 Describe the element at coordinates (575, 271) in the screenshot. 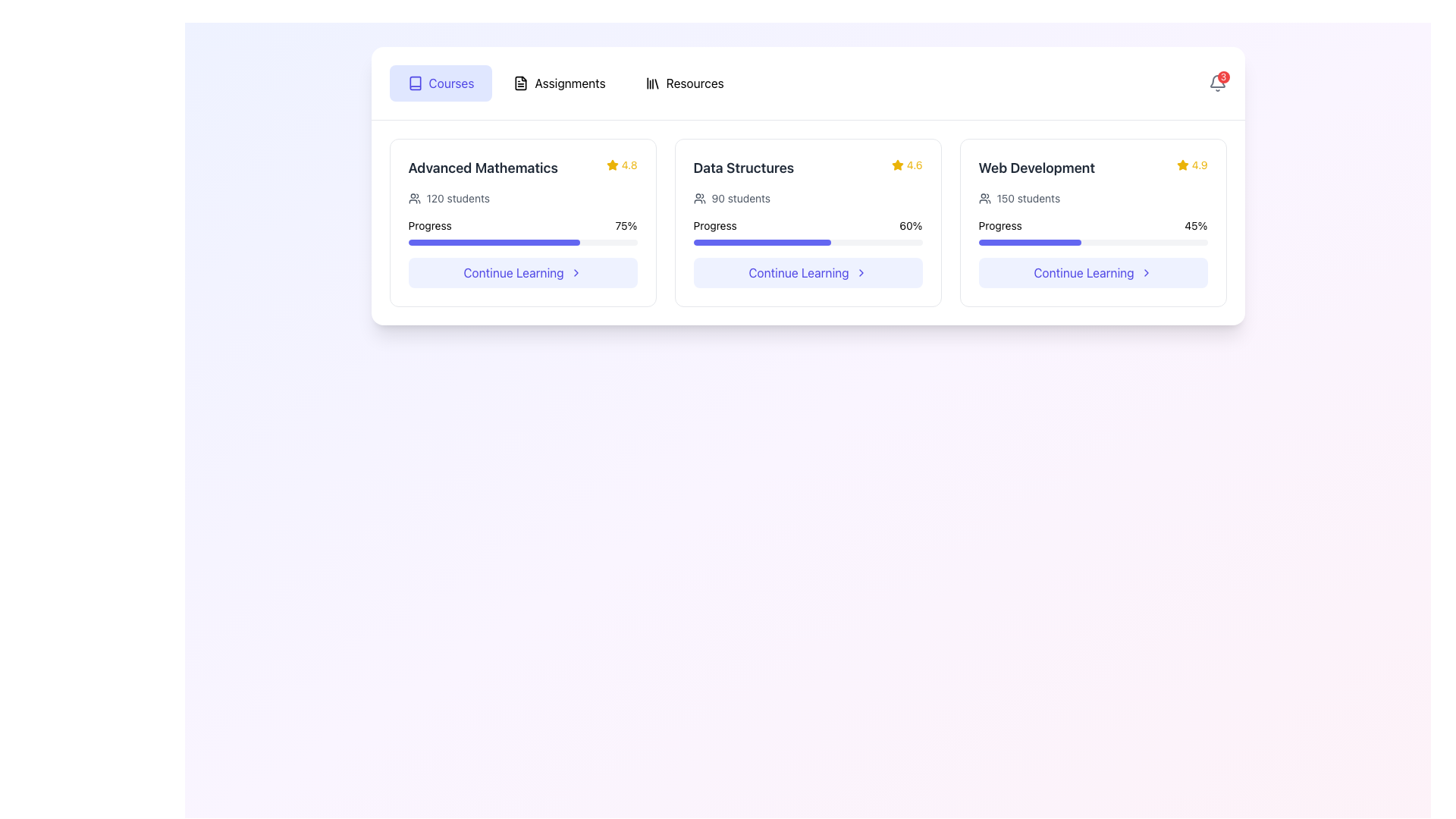

I see `the chevron icon located at the far-right end of the 'Continue Learning' button within the 'Advanced Mathematics' card` at that location.